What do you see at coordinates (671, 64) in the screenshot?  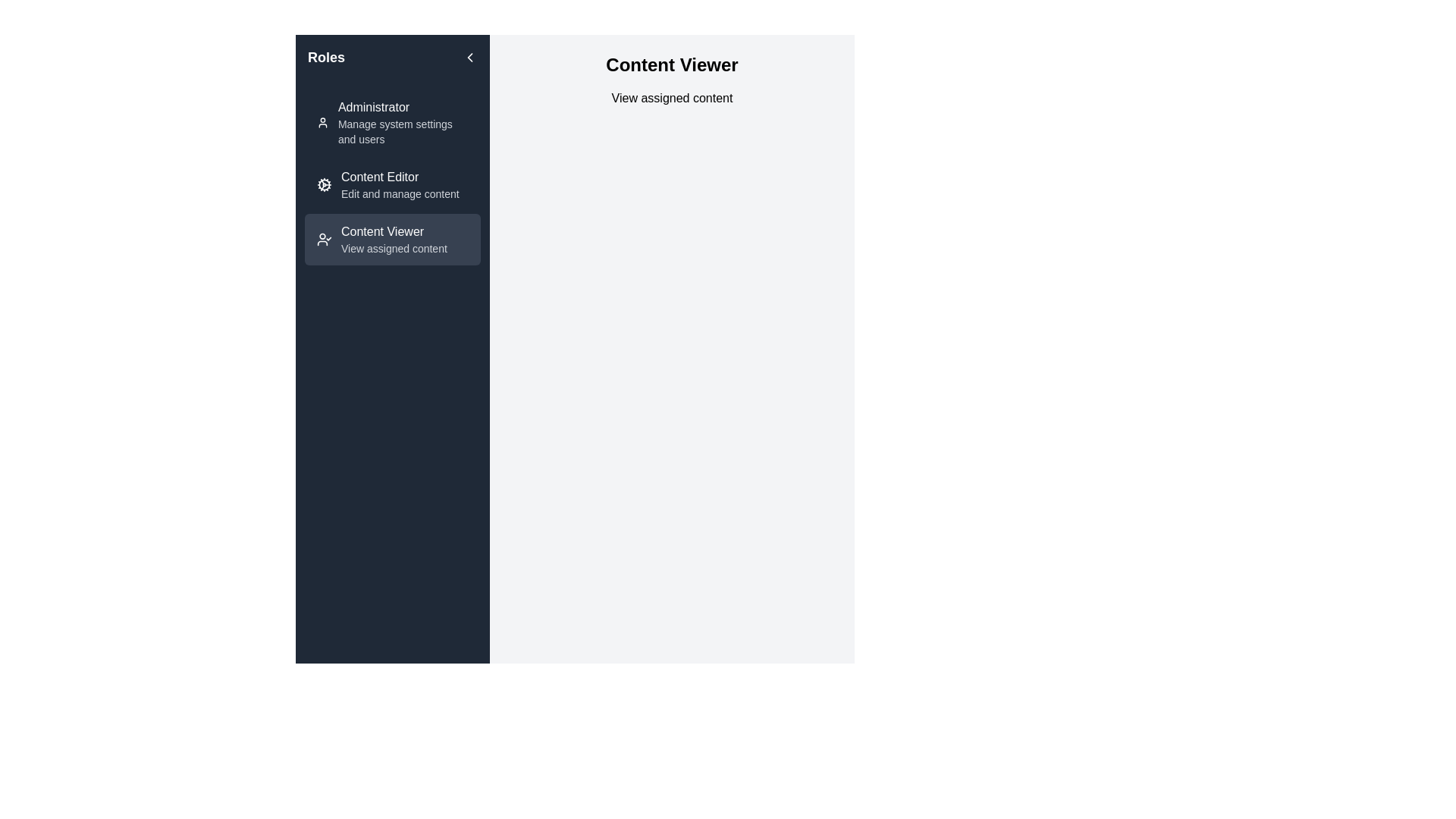 I see `the Text Block (Heading) which serves as the title for the section located at the top of the right content panel` at bounding box center [671, 64].